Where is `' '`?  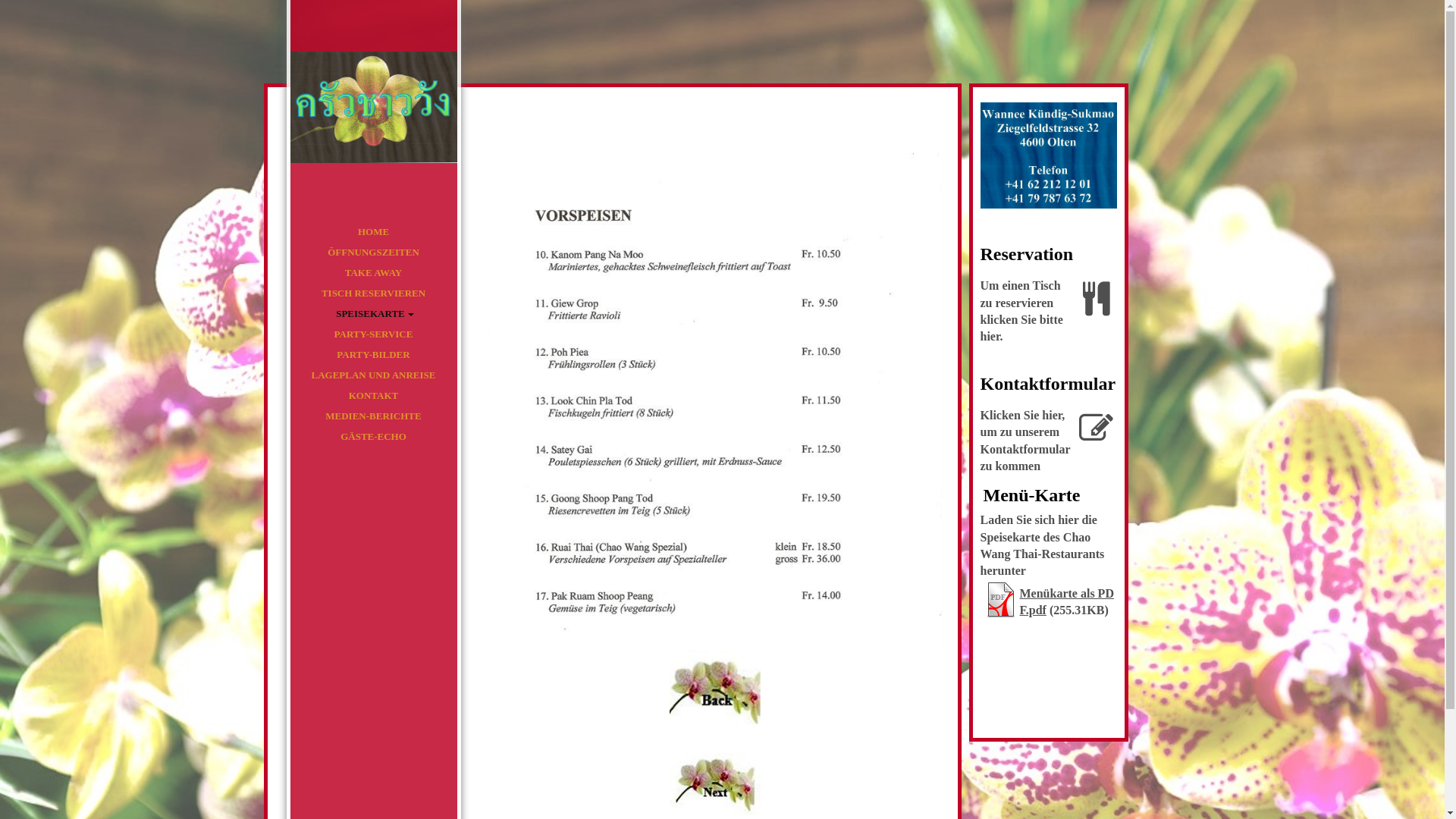 ' ' is located at coordinates (372, 105).